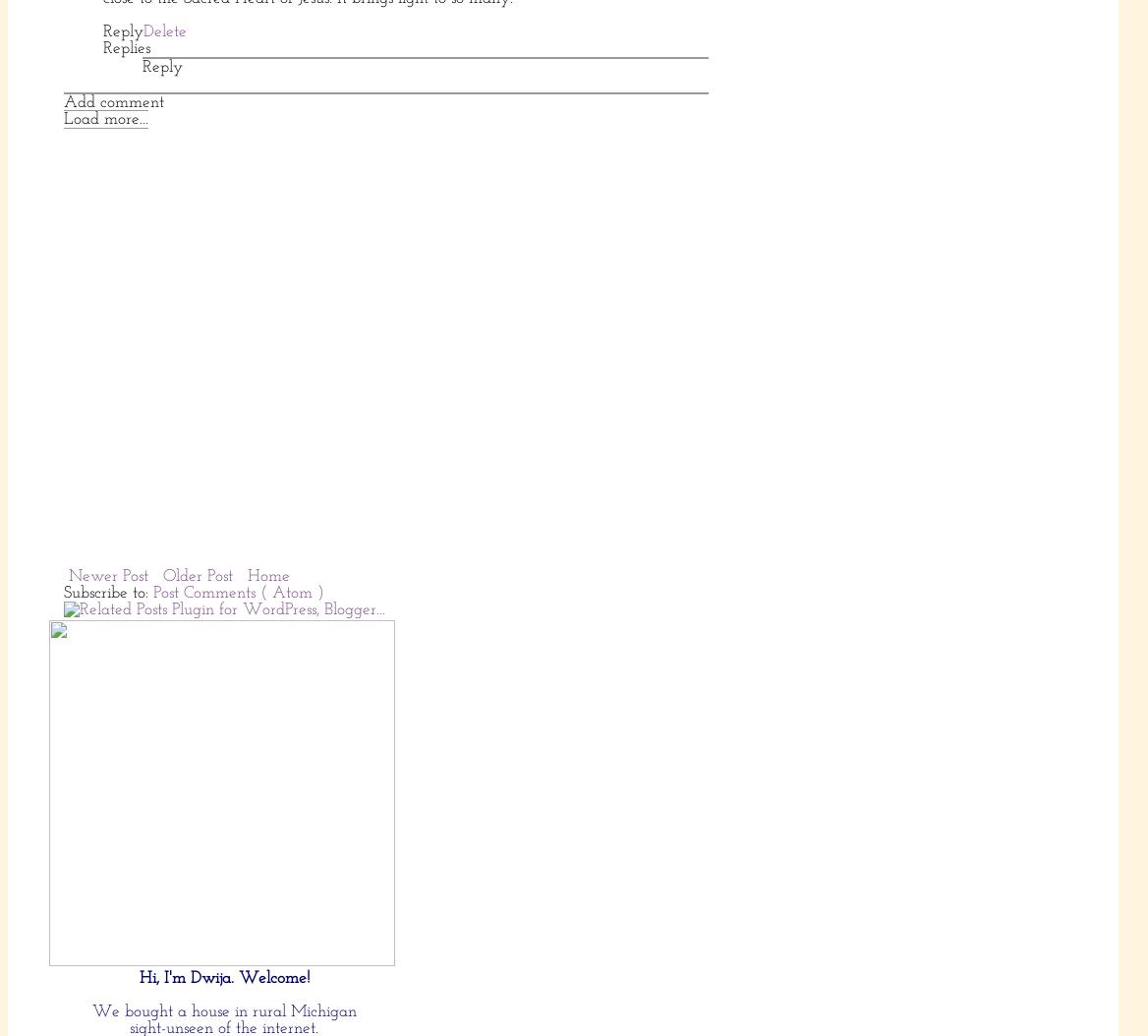 The height and width of the screenshot is (1036, 1148). What do you see at coordinates (237, 591) in the screenshot?
I see `'Post Comments
                                      (
                                      Atom
                                      )'` at bounding box center [237, 591].